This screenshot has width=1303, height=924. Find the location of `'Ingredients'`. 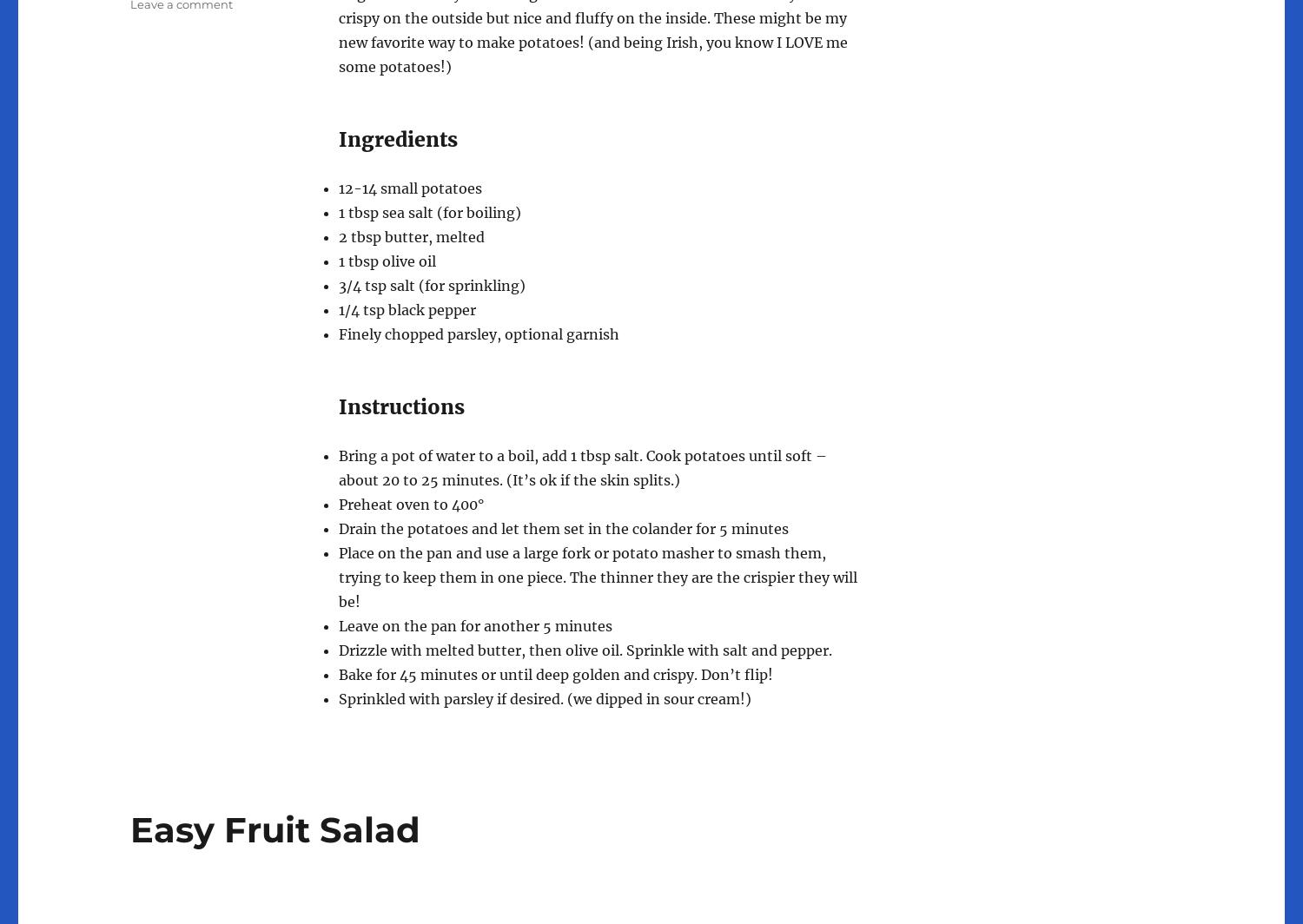

'Ingredients' is located at coordinates (339, 138).